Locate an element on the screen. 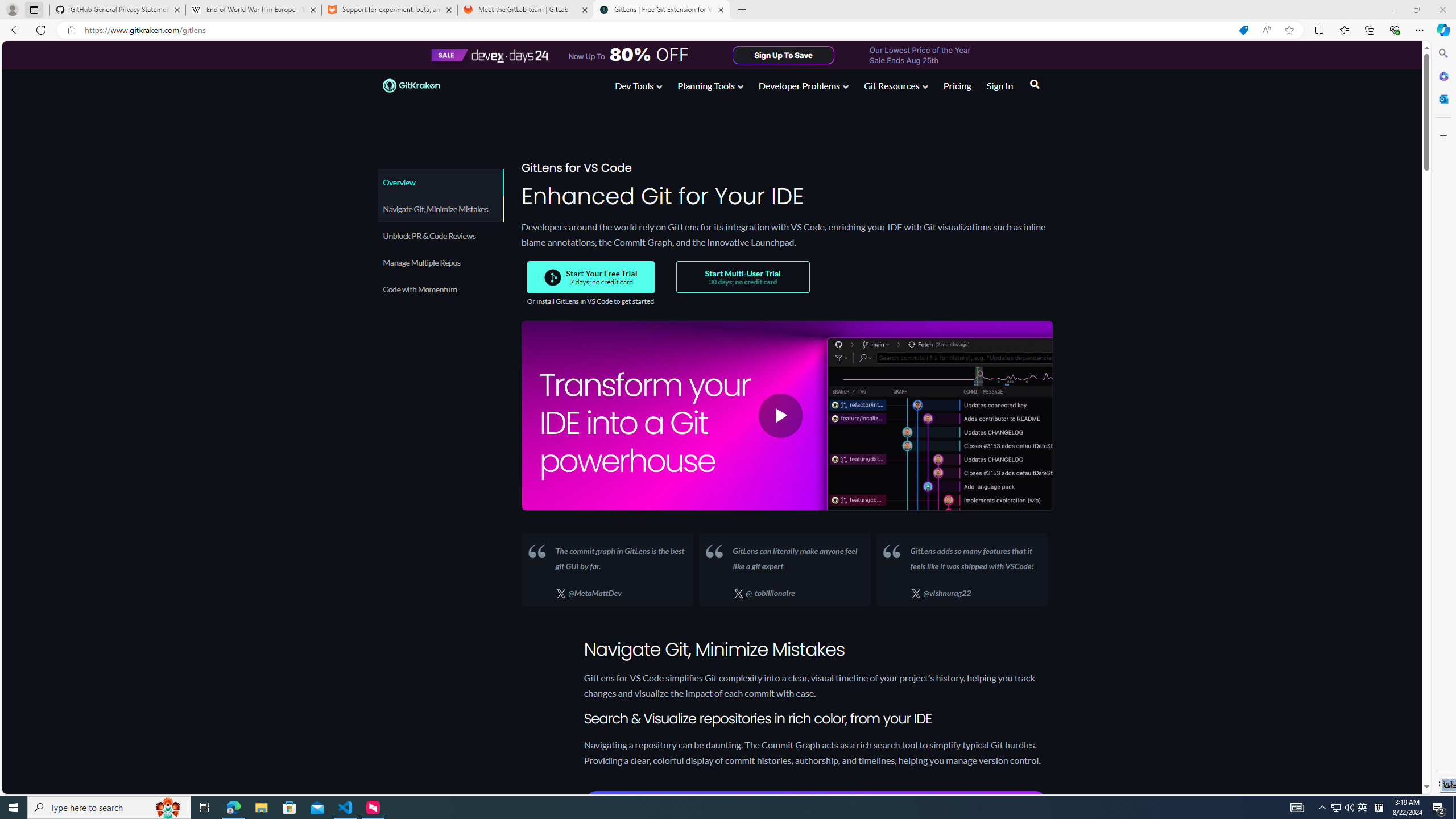  'Meet the GitLab team | GitLab' is located at coordinates (526, 9).